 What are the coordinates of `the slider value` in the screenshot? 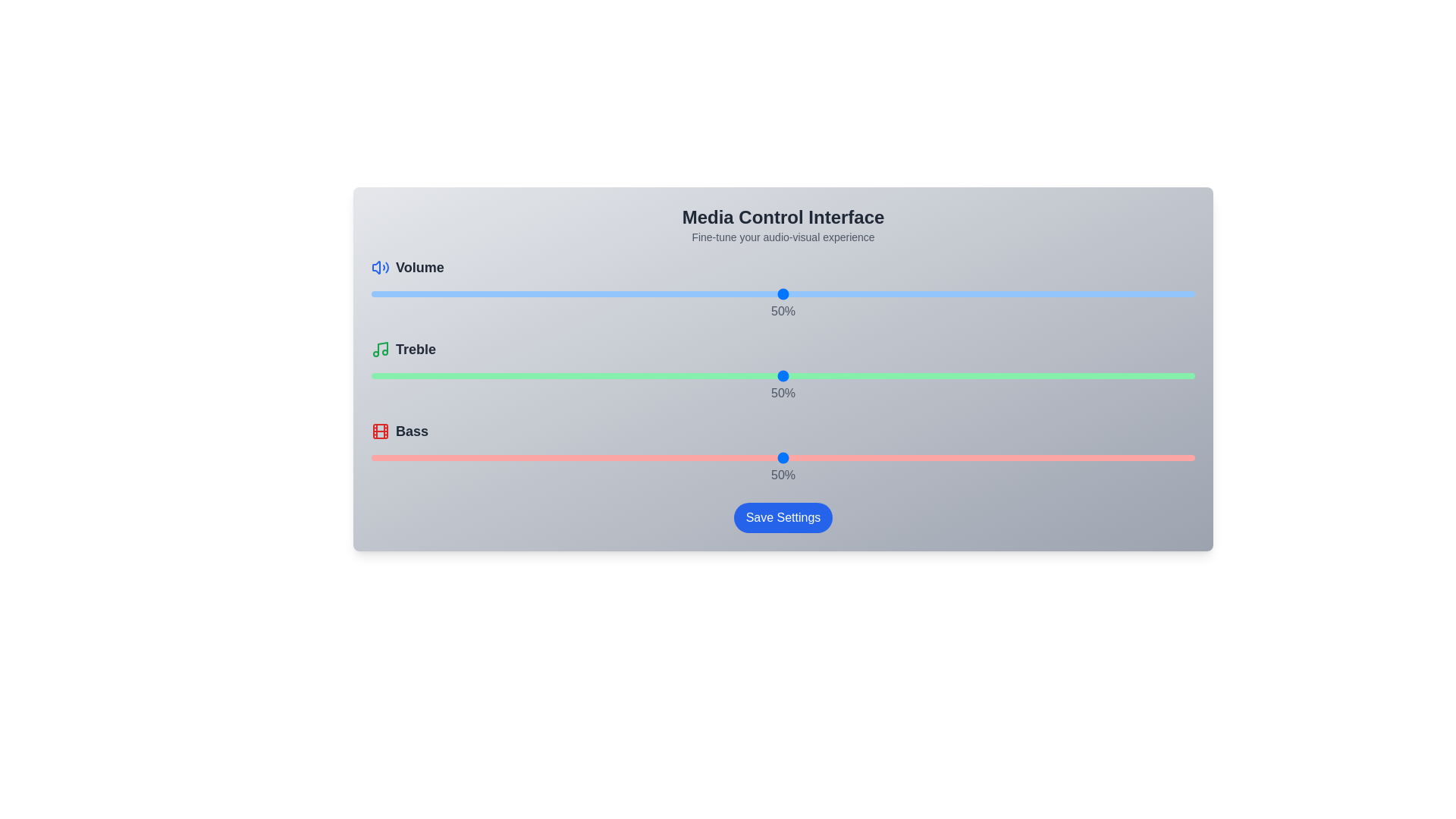 It's located at (651, 375).